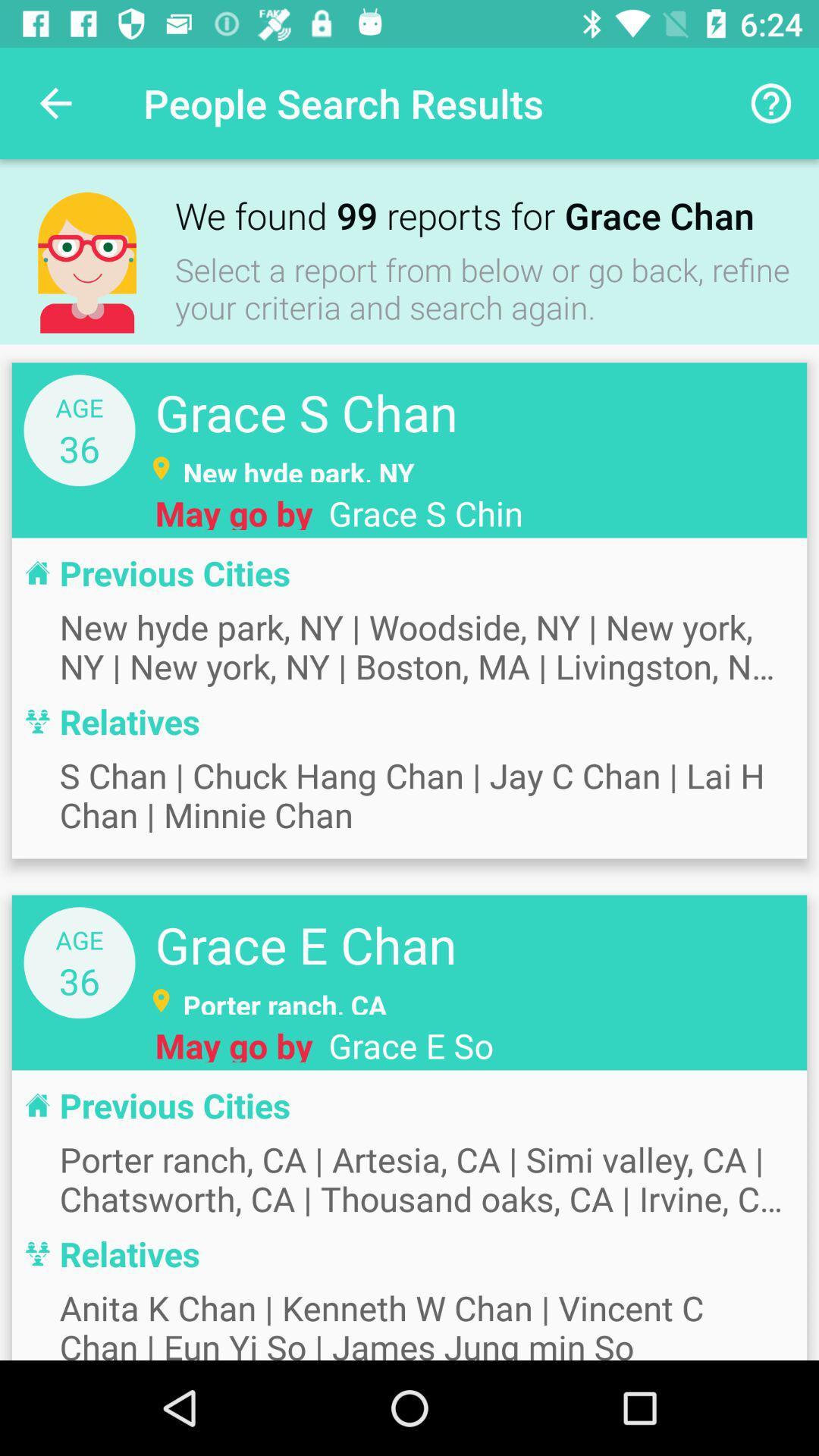  I want to click on the item next to people search results icon, so click(55, 102).